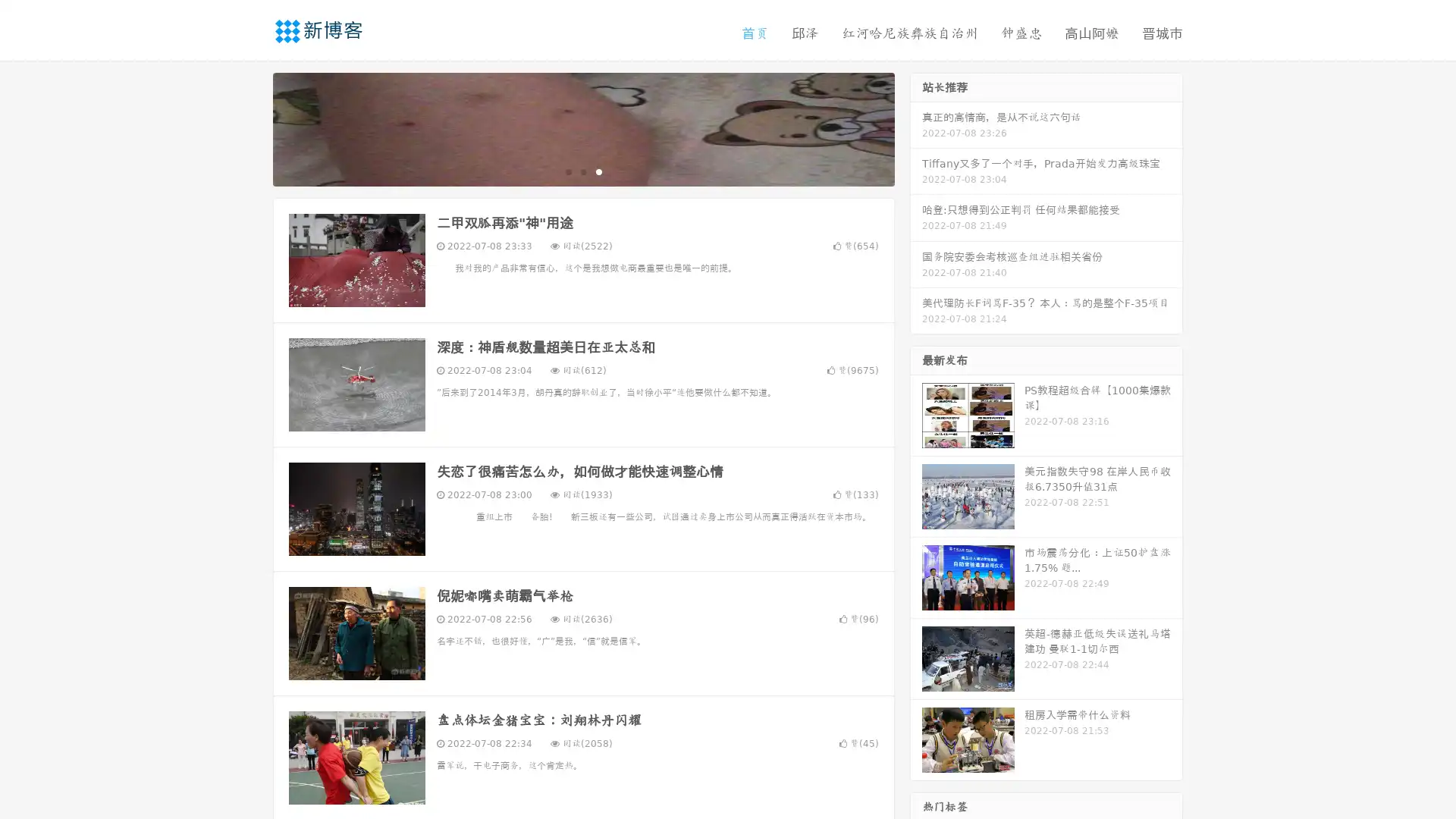 The width and height of the screenshot is (1456, 819). What do you see at coordinates (250, 127) in the screenshot?
I see `Previous slide` at bounding box center [250, 127].